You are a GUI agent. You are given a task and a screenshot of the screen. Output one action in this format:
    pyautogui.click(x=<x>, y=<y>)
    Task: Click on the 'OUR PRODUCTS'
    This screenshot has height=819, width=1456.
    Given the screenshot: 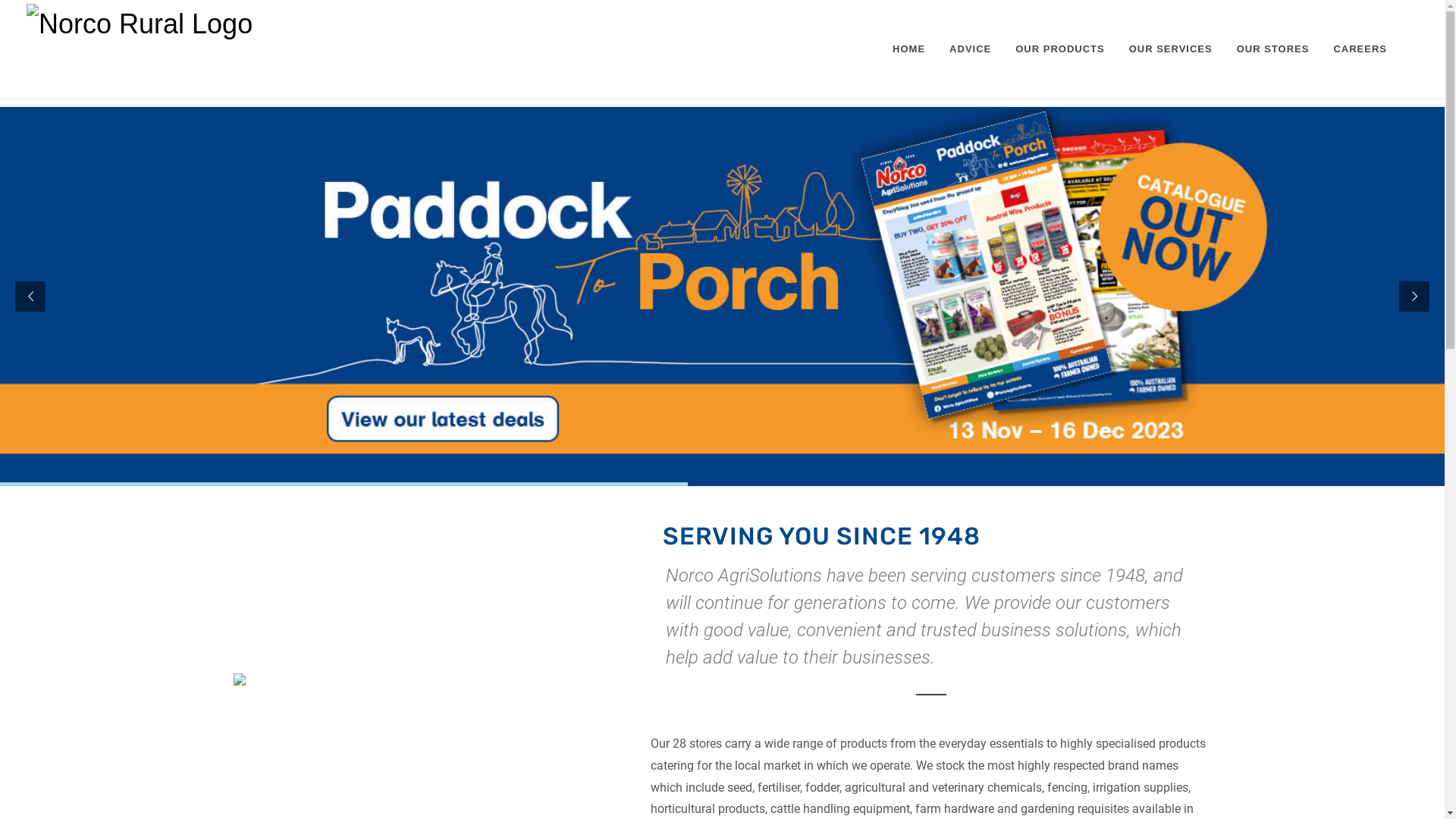 What is the action you would take?
    pyautogui.click(x=1004, y=49)
    